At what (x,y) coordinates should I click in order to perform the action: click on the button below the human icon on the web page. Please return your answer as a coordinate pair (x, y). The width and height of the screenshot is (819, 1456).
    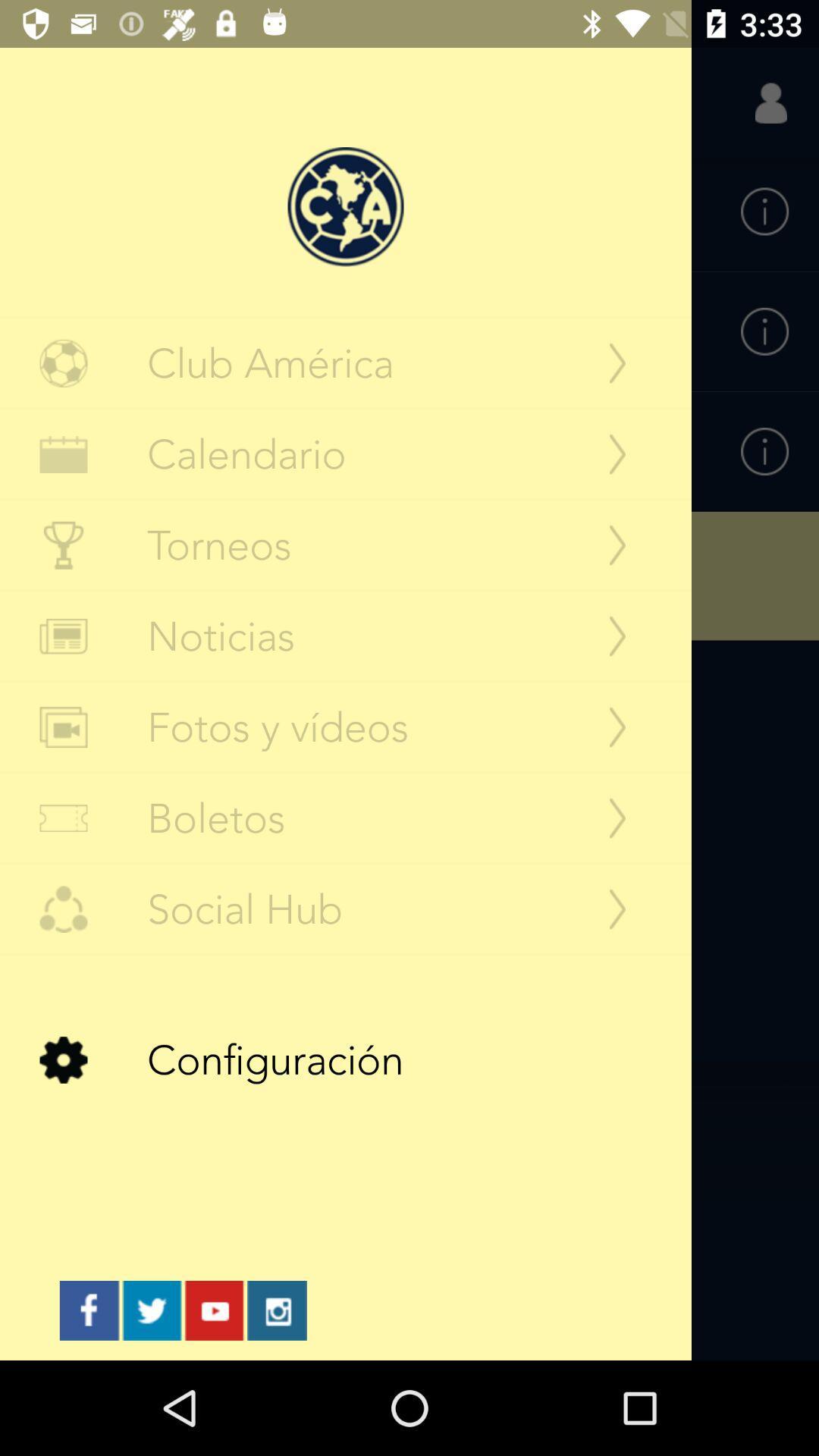
    Looking at the image, I should click on (764, 211).